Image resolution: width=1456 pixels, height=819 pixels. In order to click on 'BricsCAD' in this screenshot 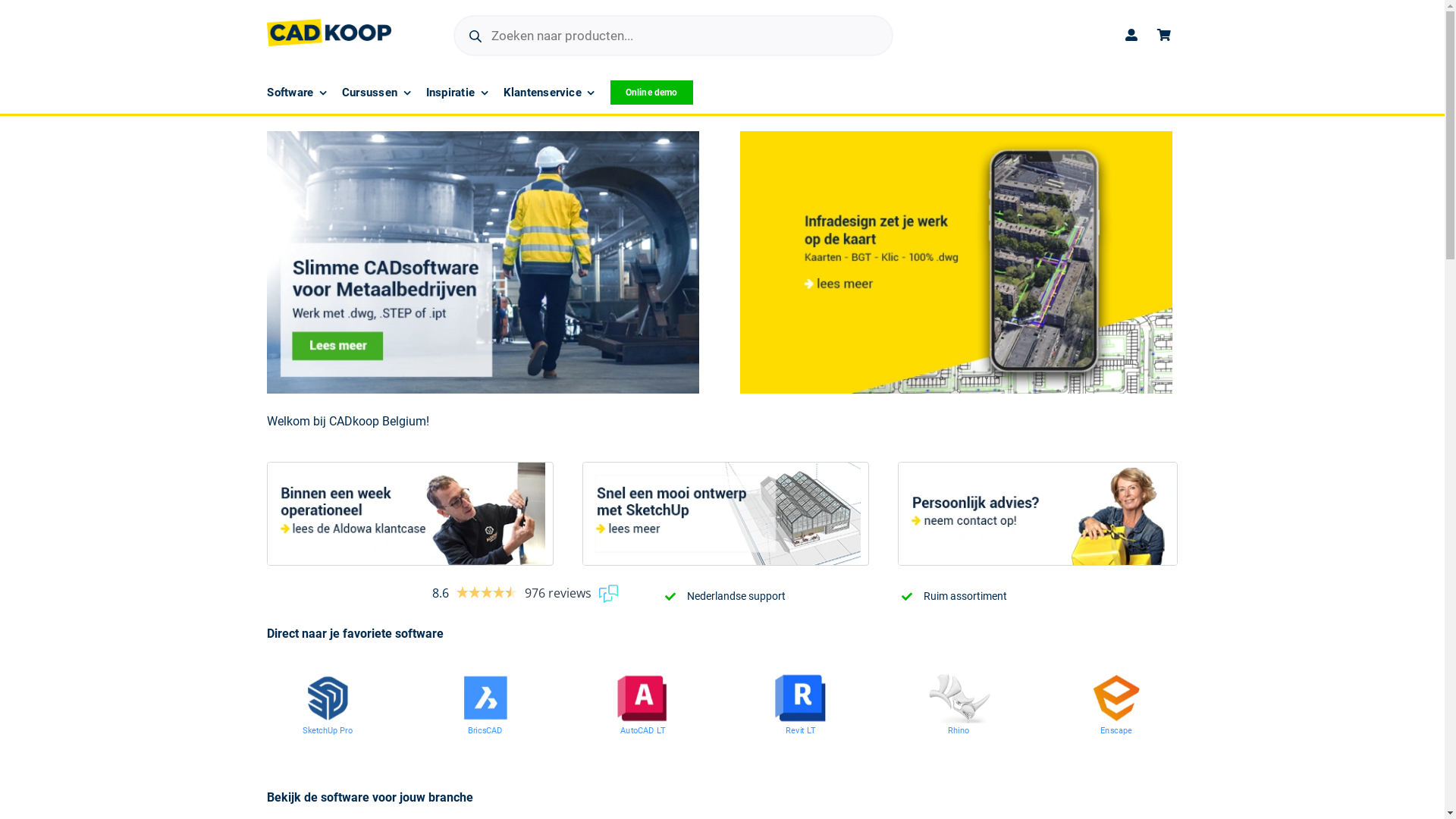, I will do `click(492, 731)`.